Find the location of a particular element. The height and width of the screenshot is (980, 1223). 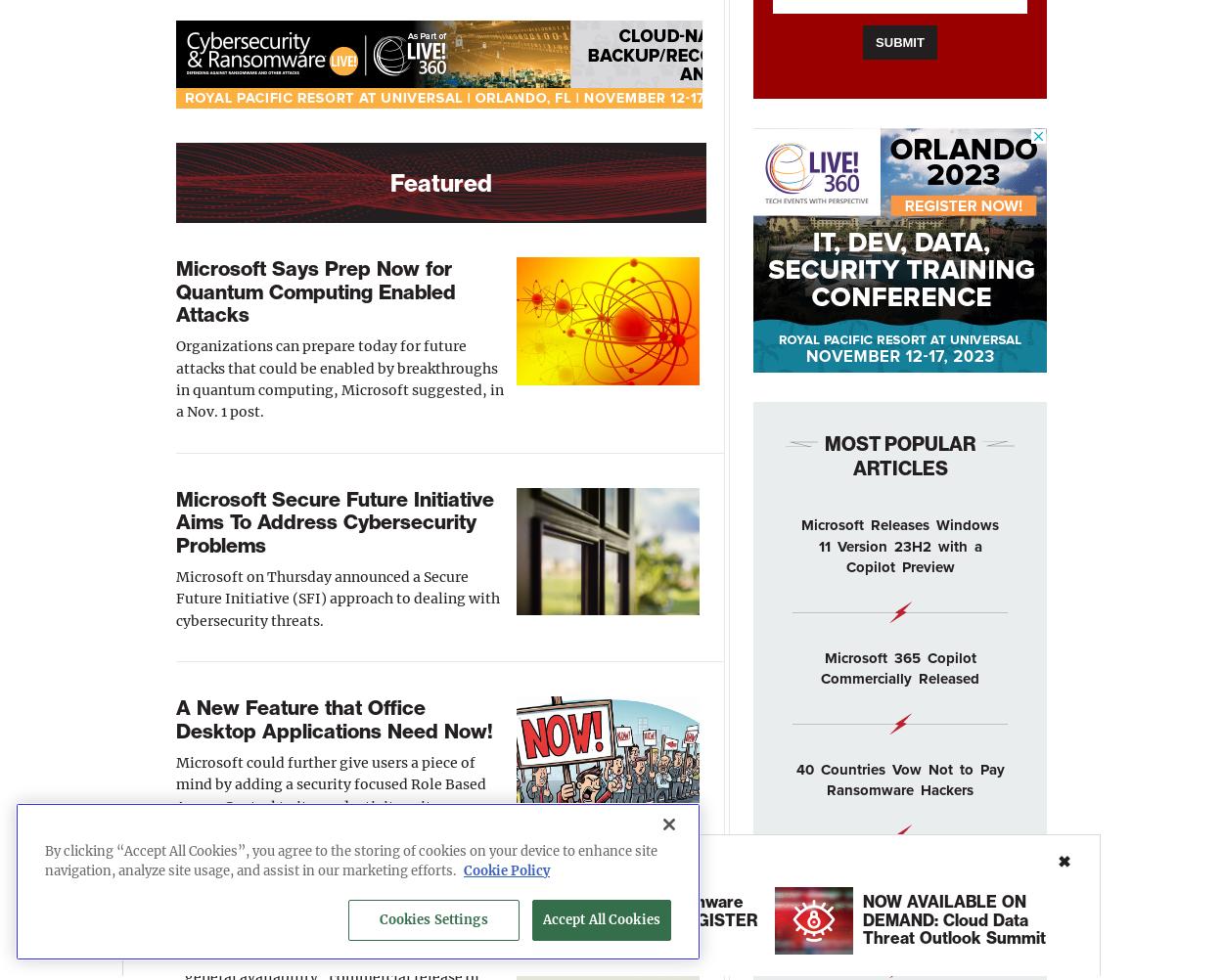

'Hot Resources' is located at coordinates (205, 861).